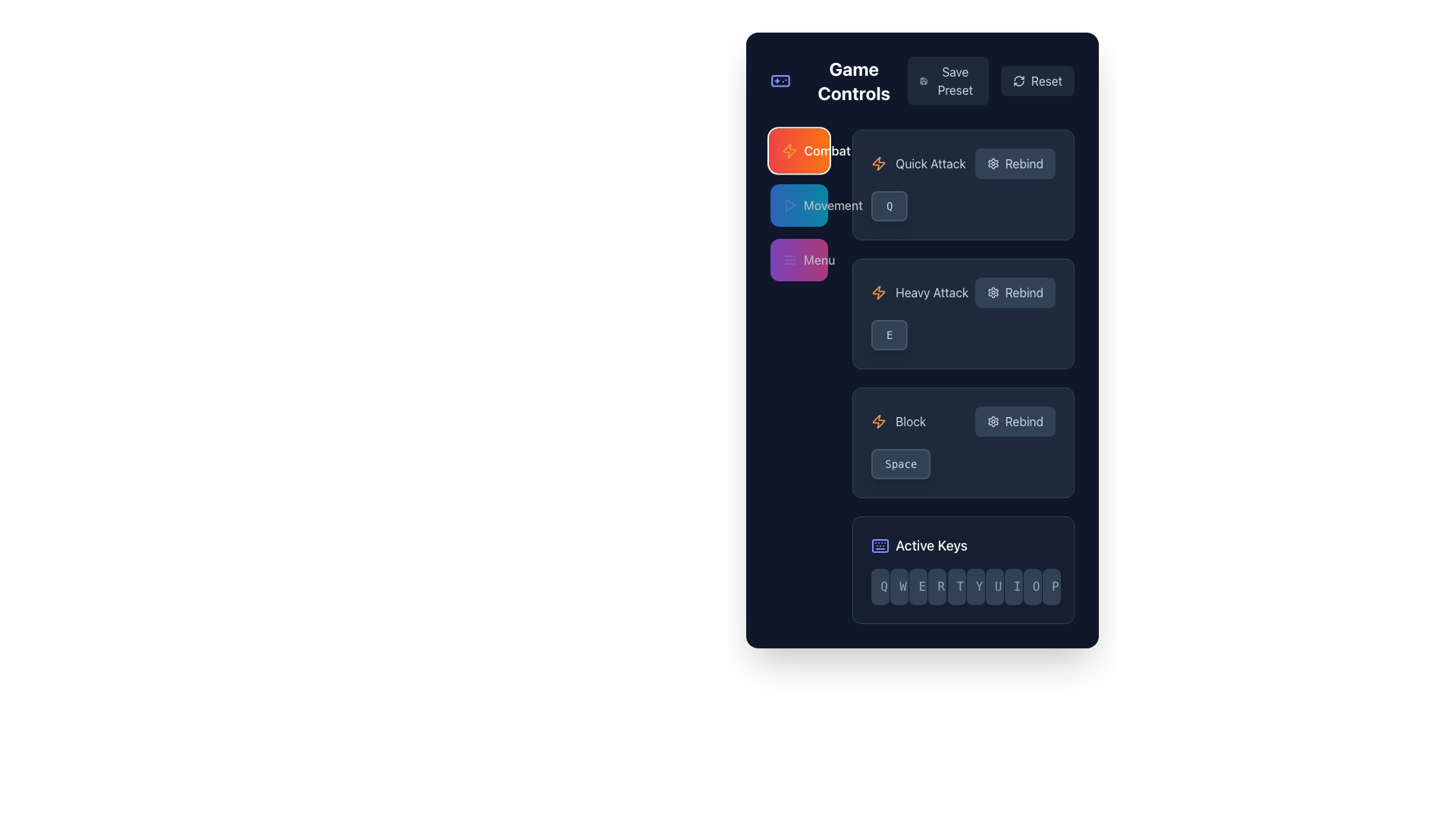 The image size is (1456, 819). Describe the element at coordinates (879, 292) in the screenshot. I see `the 'Combat' icon located at the top left of the interface` at that location.